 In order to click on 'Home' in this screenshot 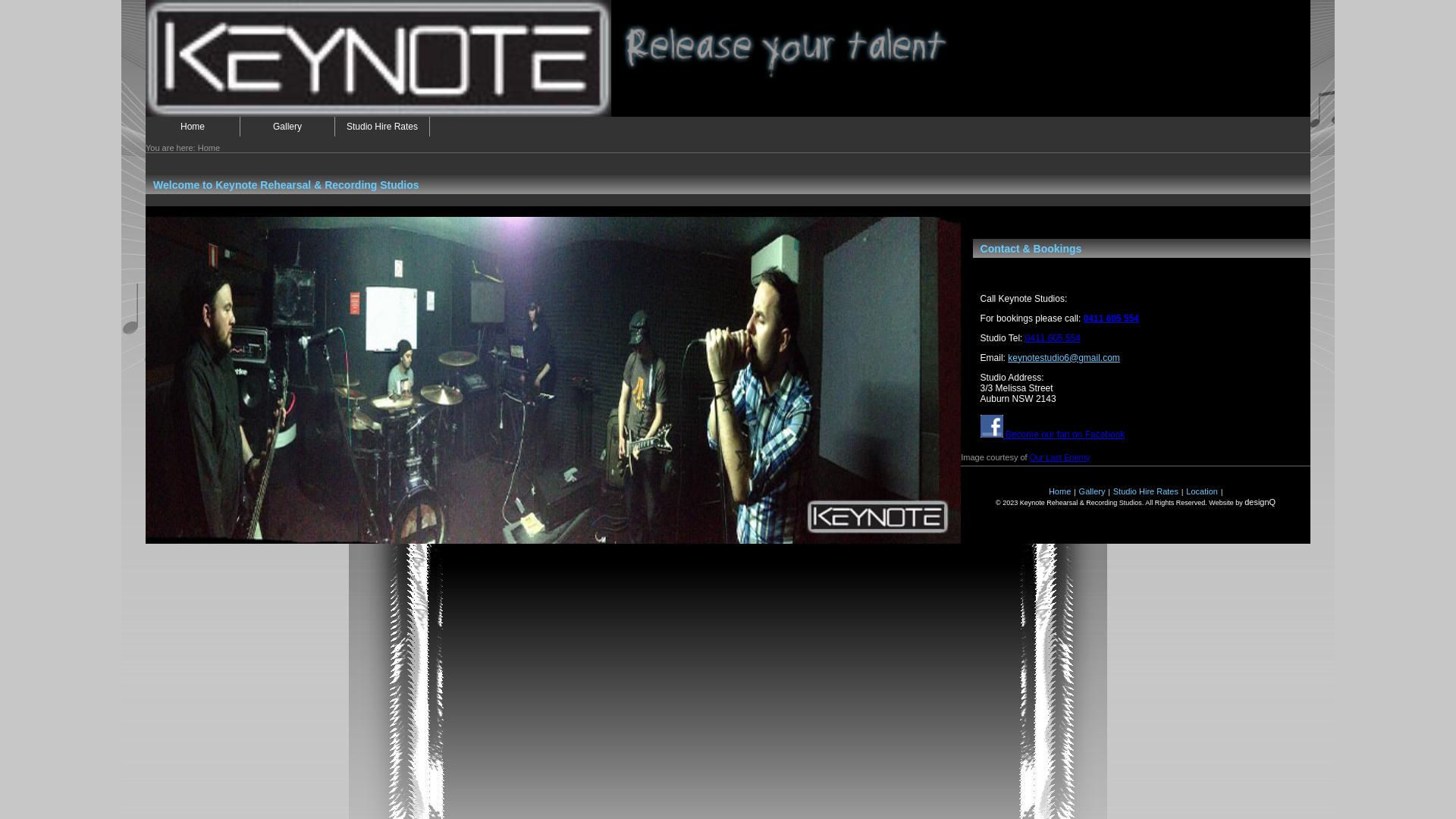, I will do `click(1059, 491)`.